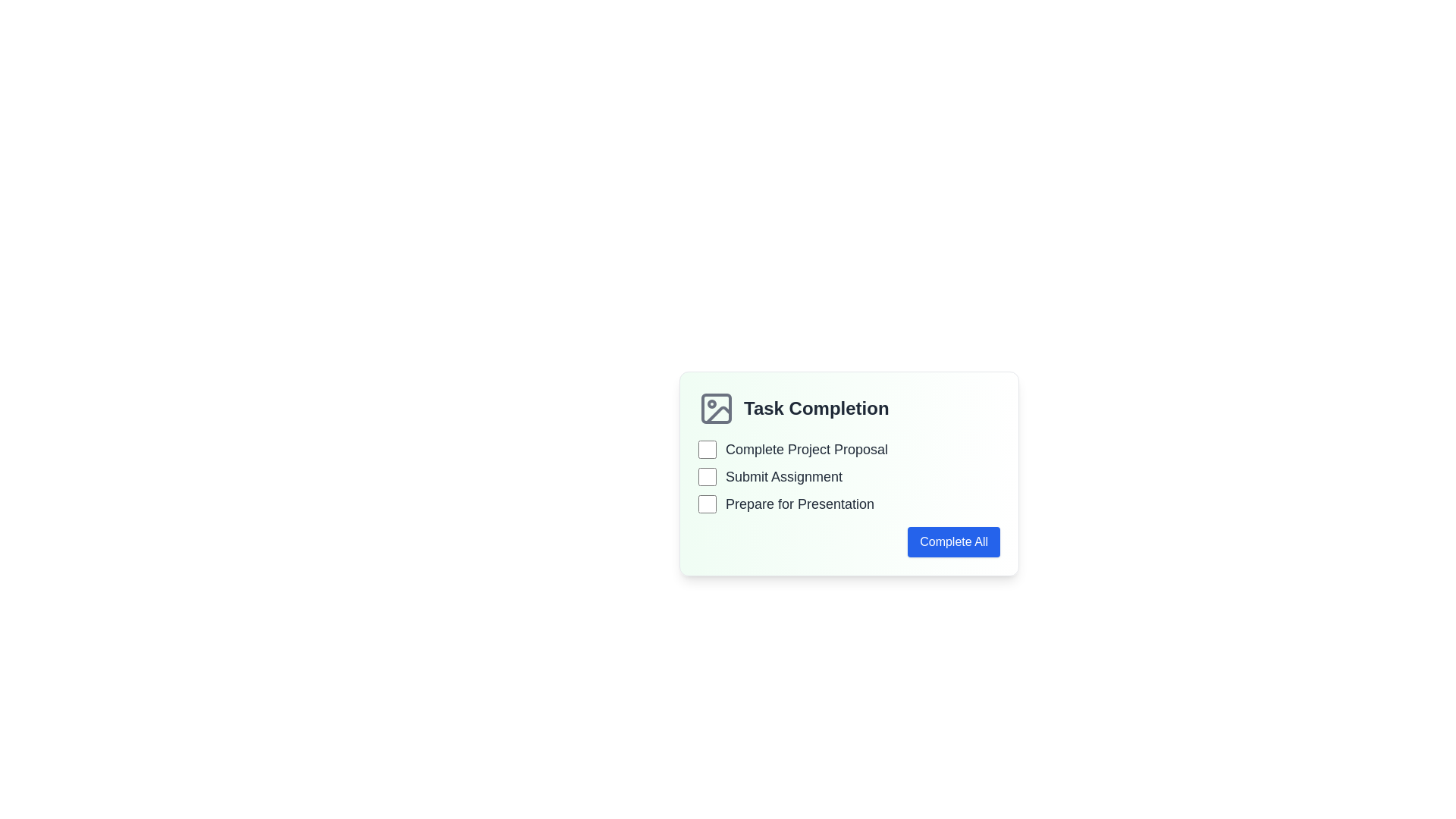  I want to click on the checkbox for the 'Submit Assignment' task, so click(706, 475).